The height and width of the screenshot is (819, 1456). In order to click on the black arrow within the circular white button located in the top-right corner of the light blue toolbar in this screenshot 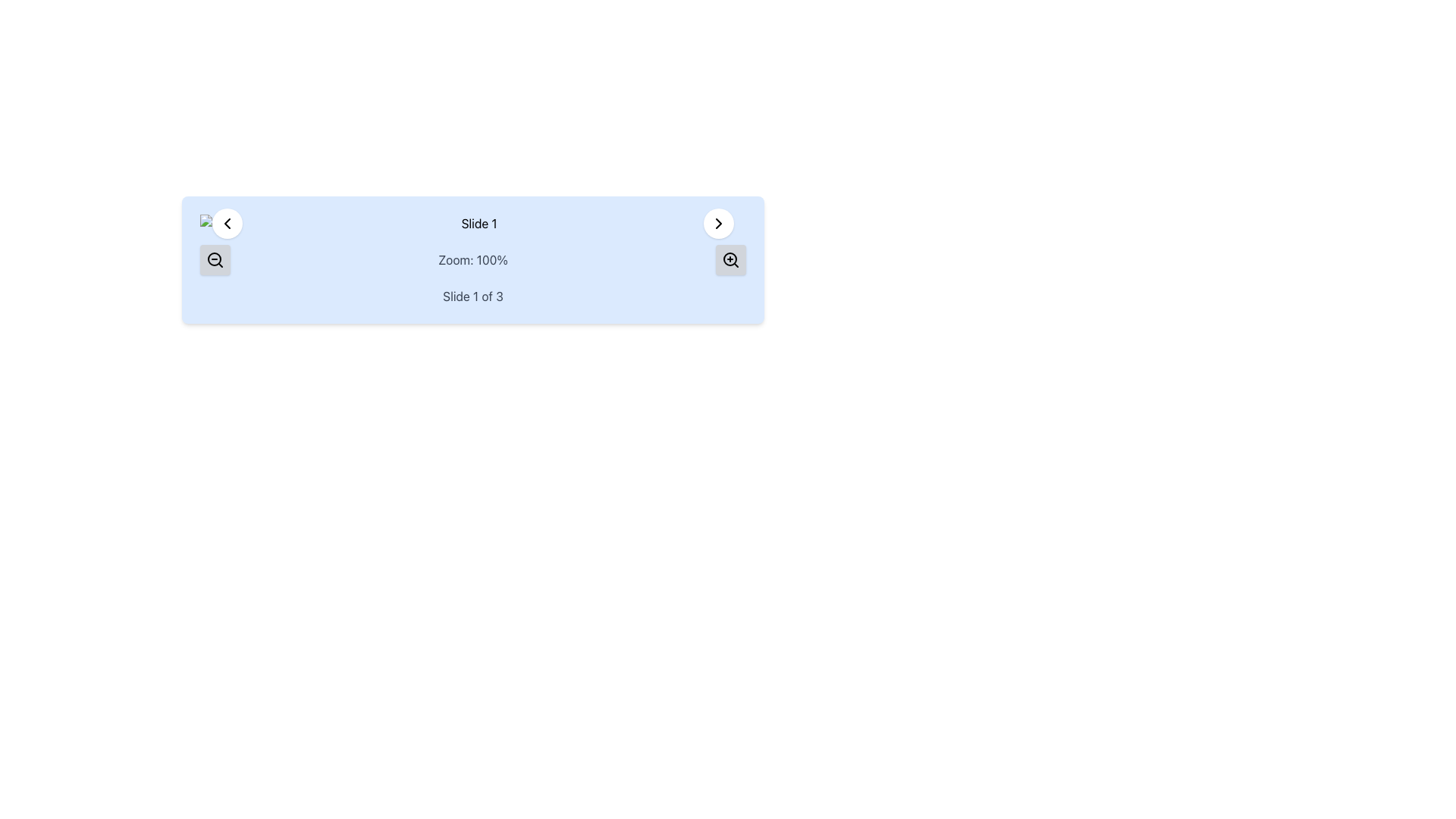, I will do `click(718, 223)`.